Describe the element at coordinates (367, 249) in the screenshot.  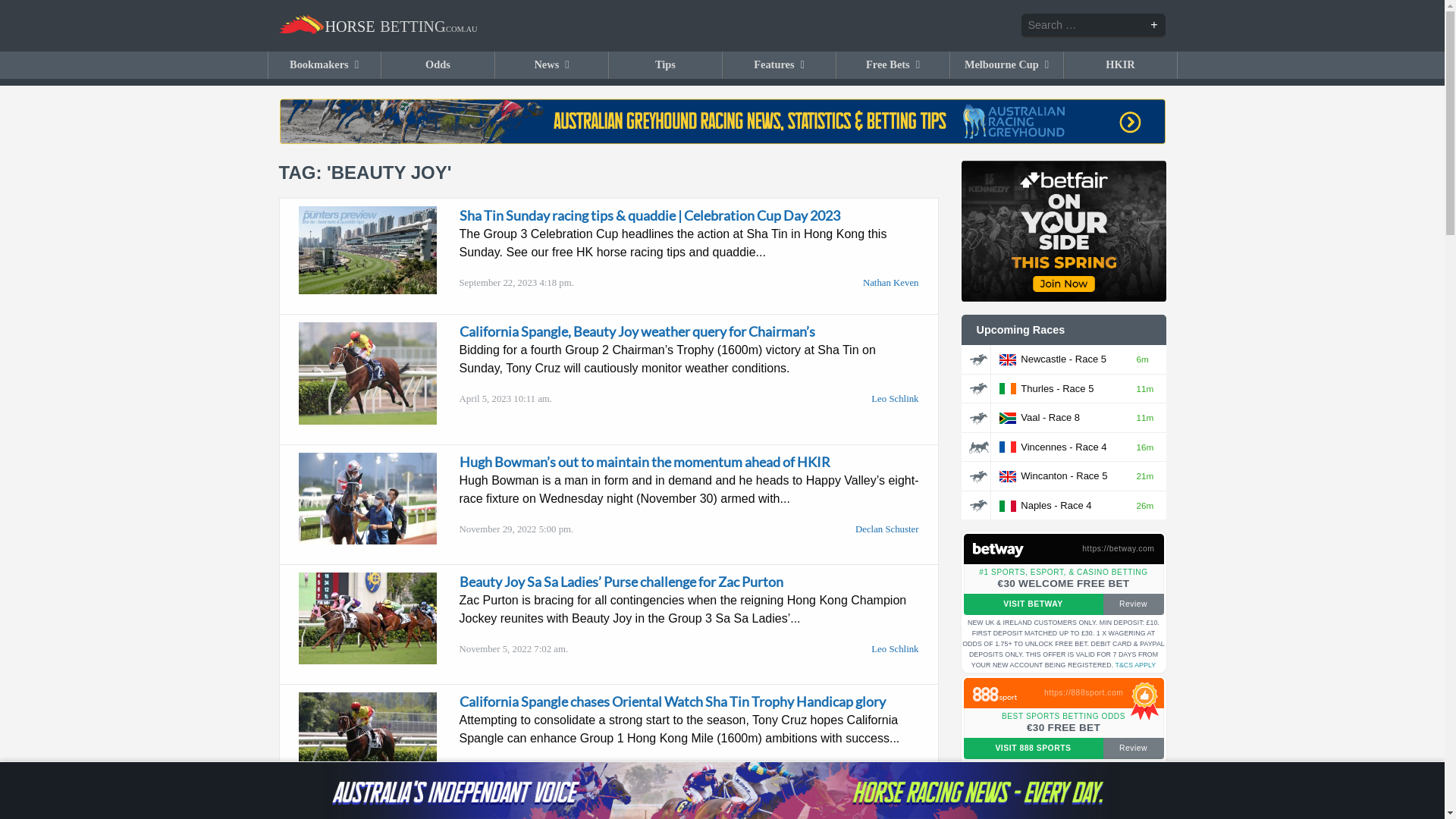
I see `'Sha Tin Preview'` at that location.